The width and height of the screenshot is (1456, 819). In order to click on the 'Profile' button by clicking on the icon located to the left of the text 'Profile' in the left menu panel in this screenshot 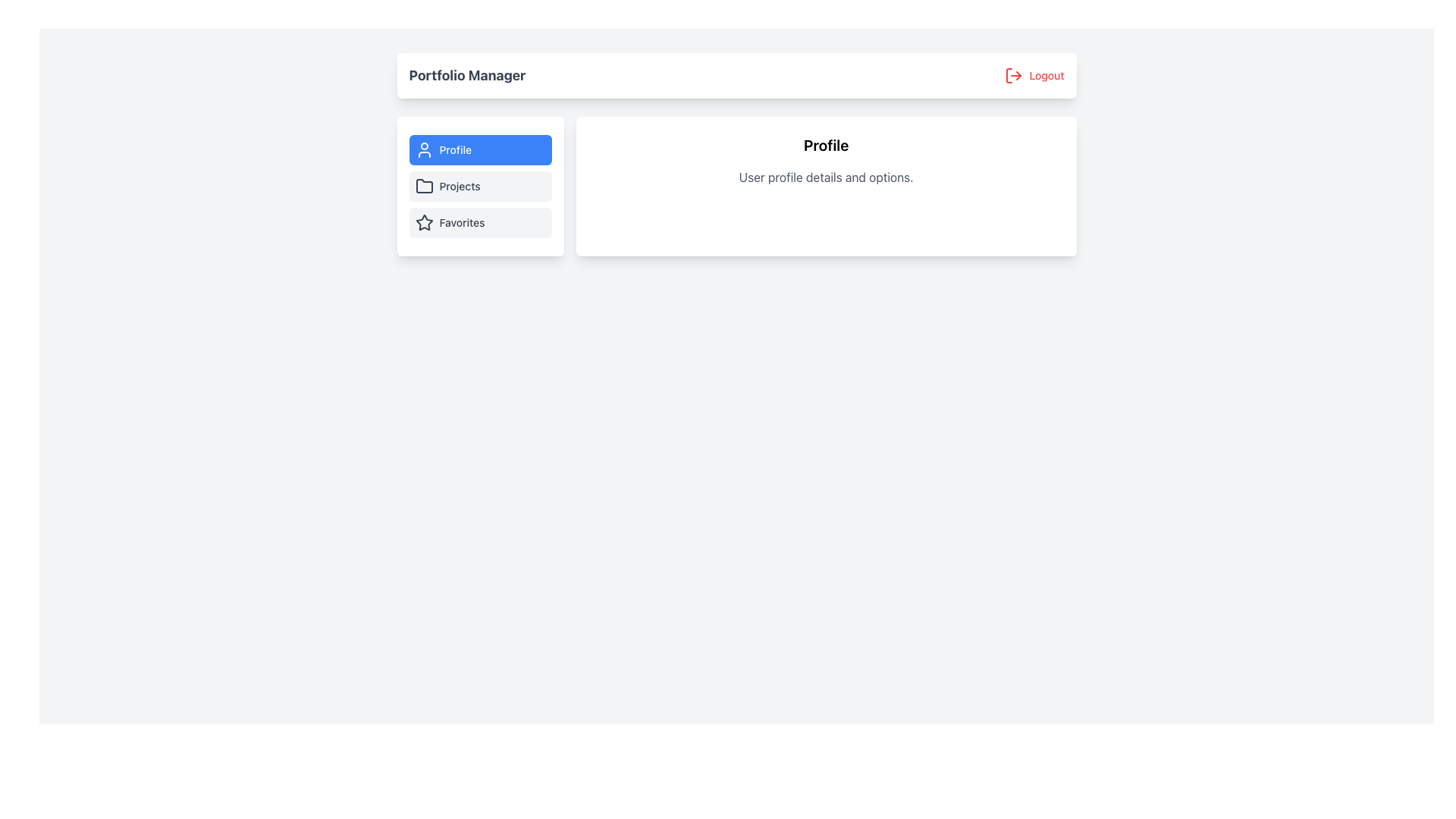, I will do `click(424, 149)`.